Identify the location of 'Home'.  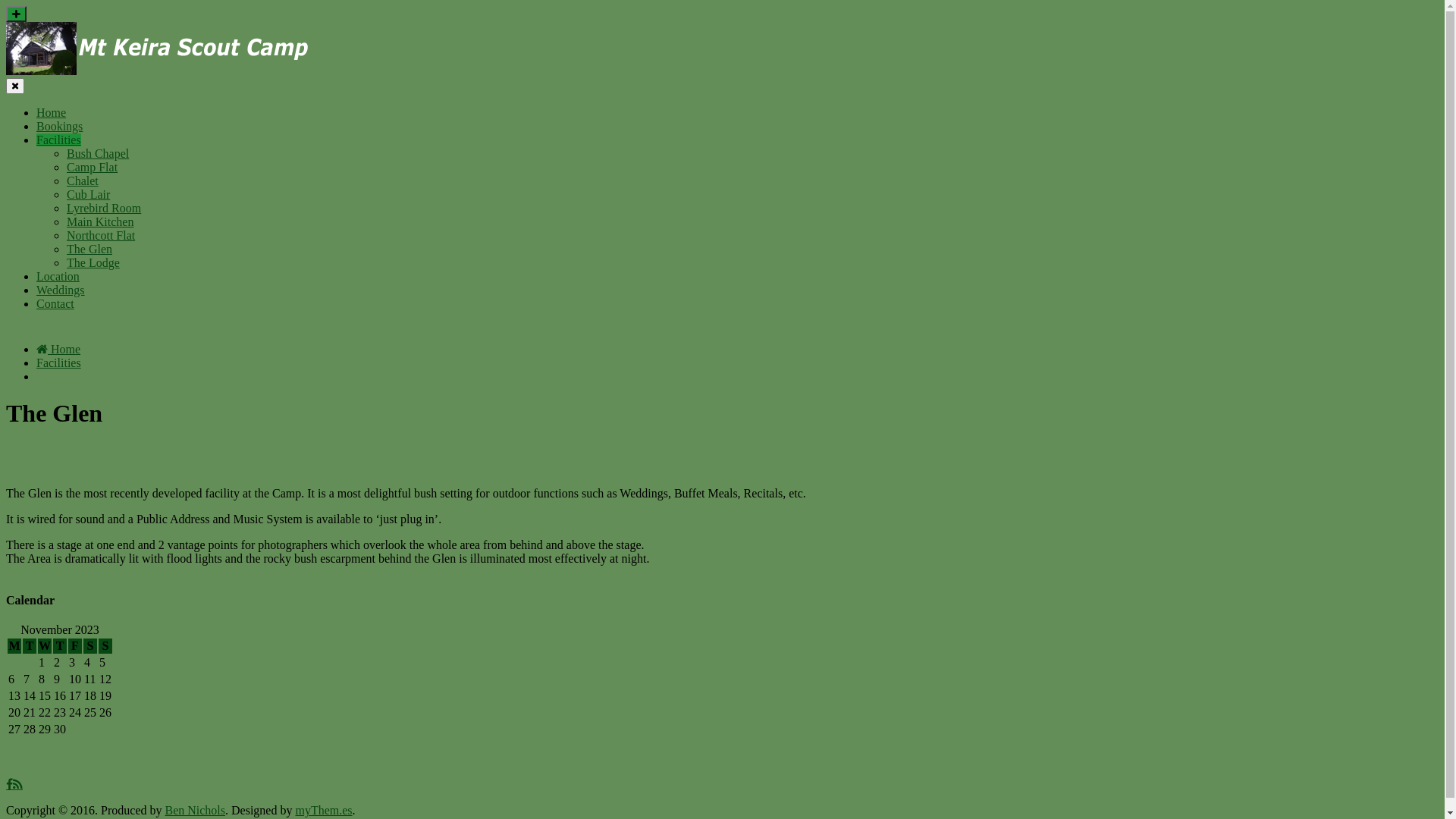
(58, 349).